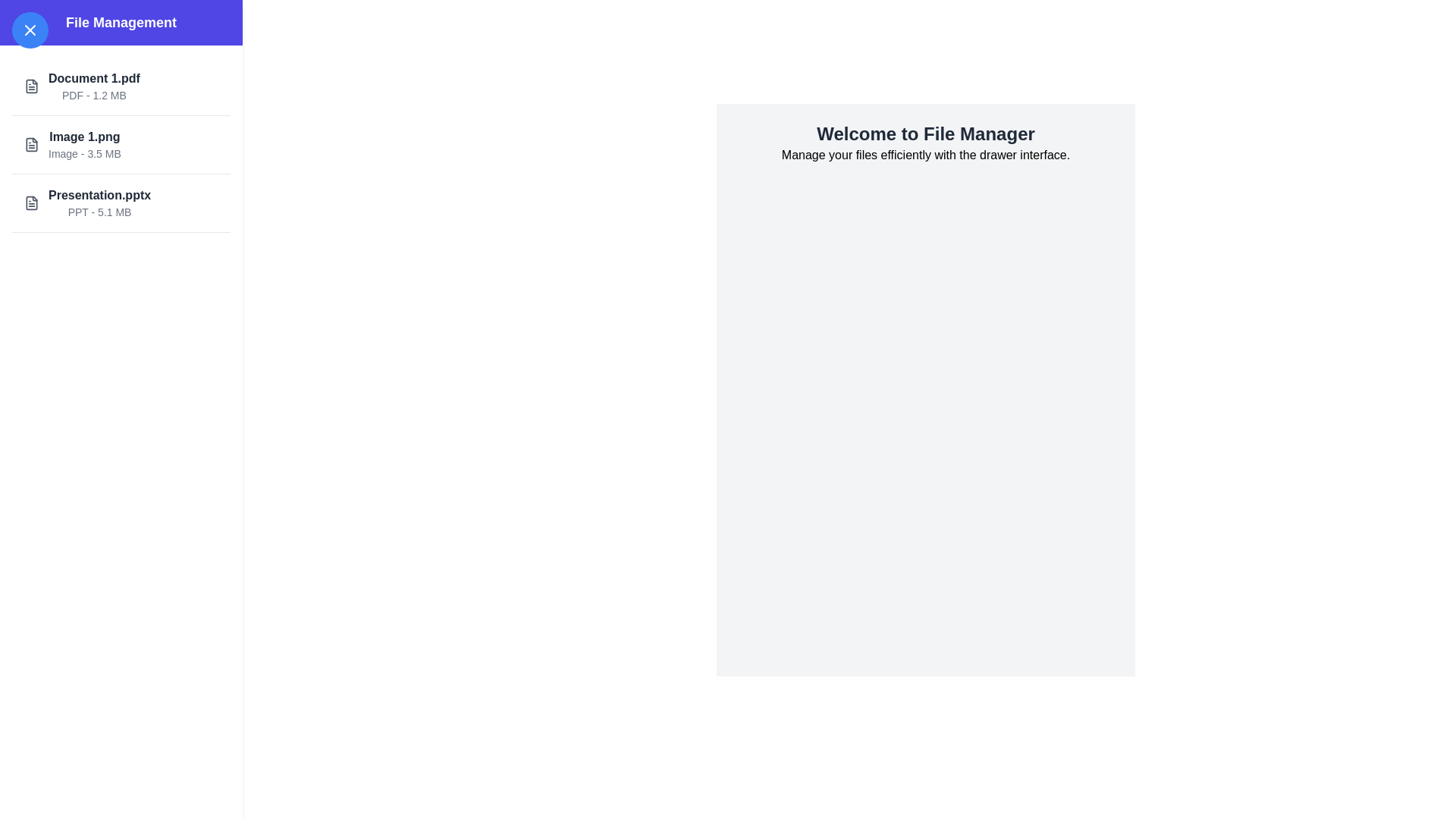  Describe the element at coordinates (120, 23) in the screenshot. I see `the header text 'File Management' in the drawer` at that location.